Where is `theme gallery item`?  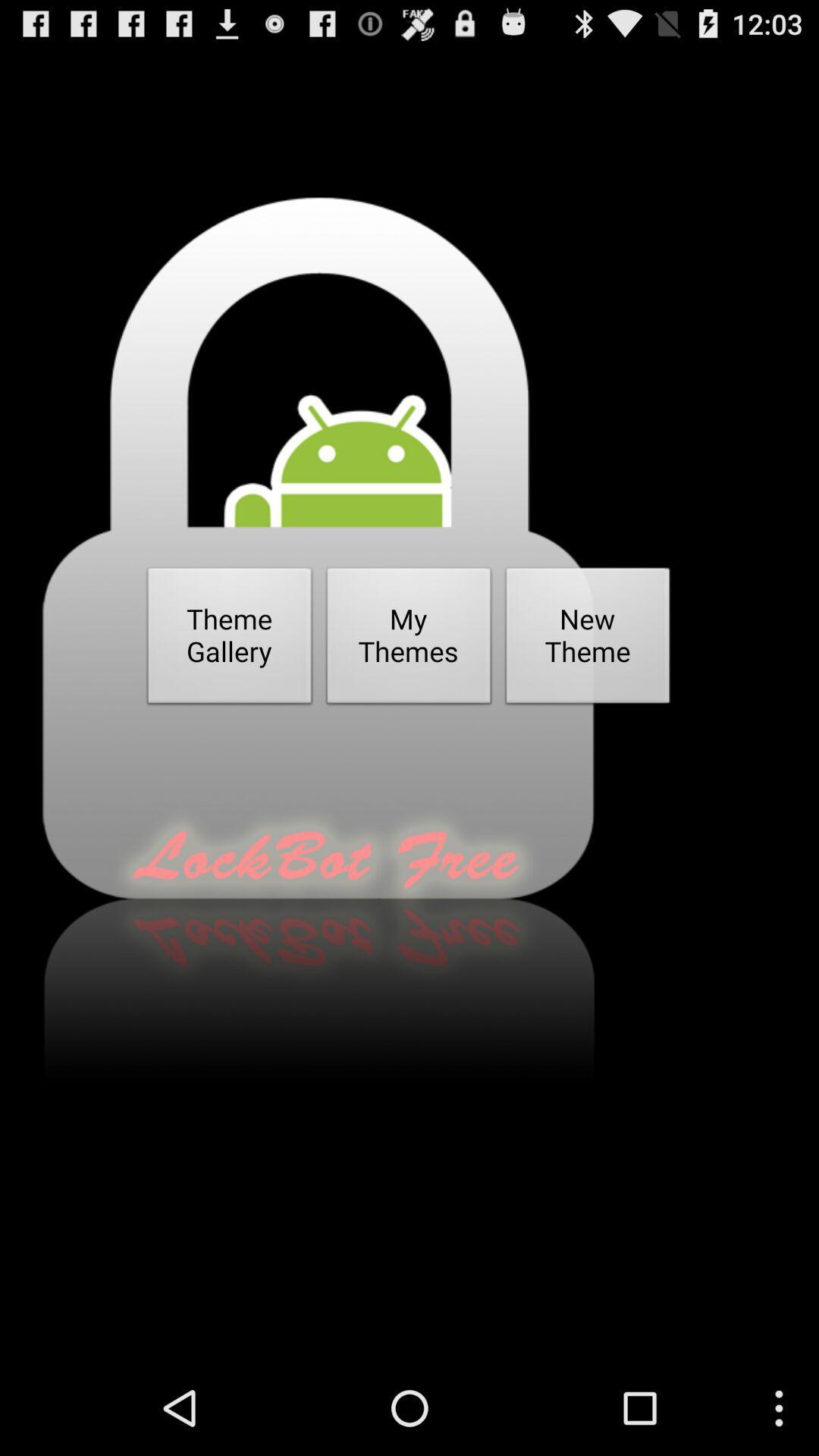
theme gallery item is located at coordinates (230, 640).